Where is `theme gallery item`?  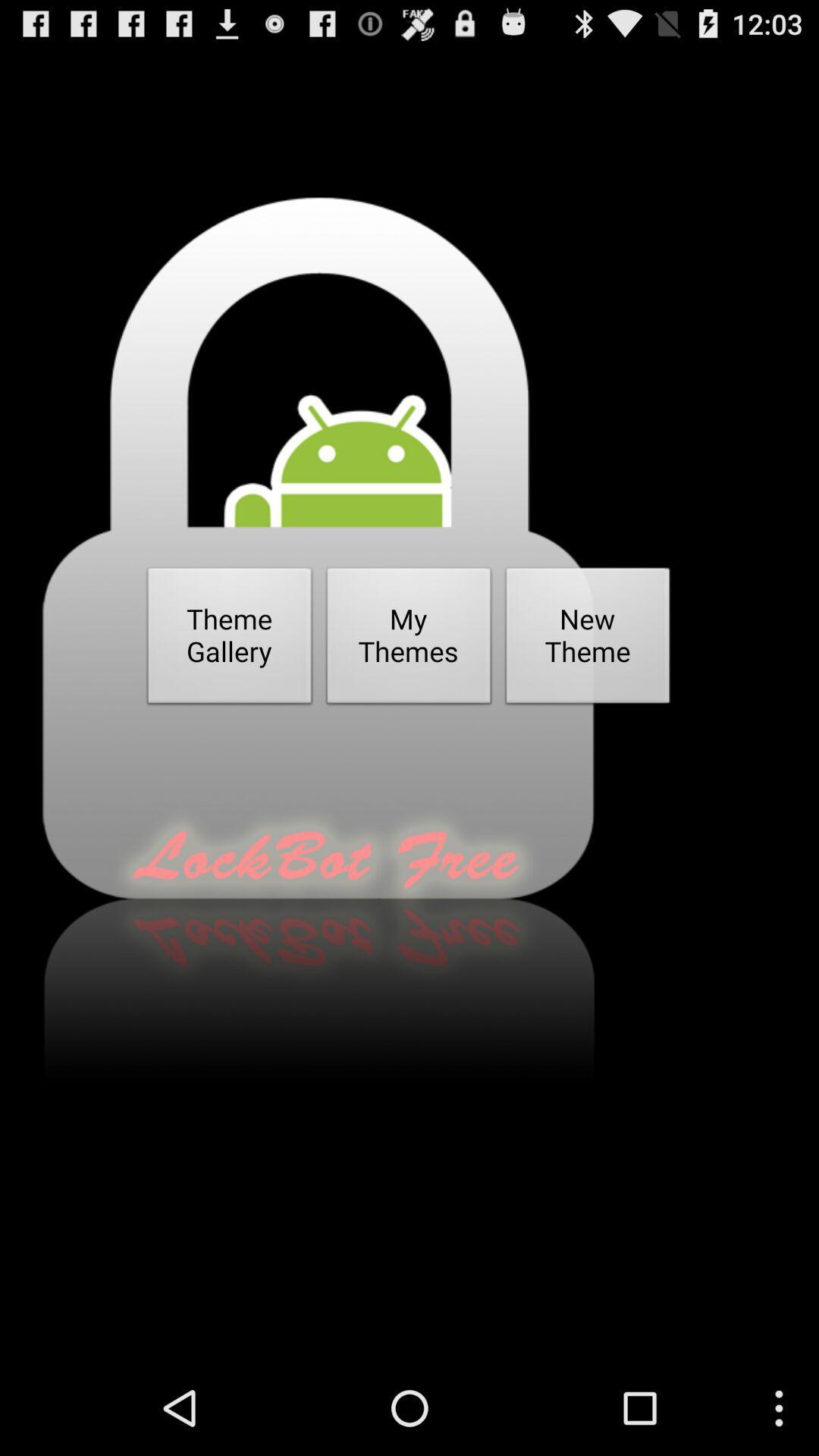
theme gallery item is located at coordinates (230, 640).